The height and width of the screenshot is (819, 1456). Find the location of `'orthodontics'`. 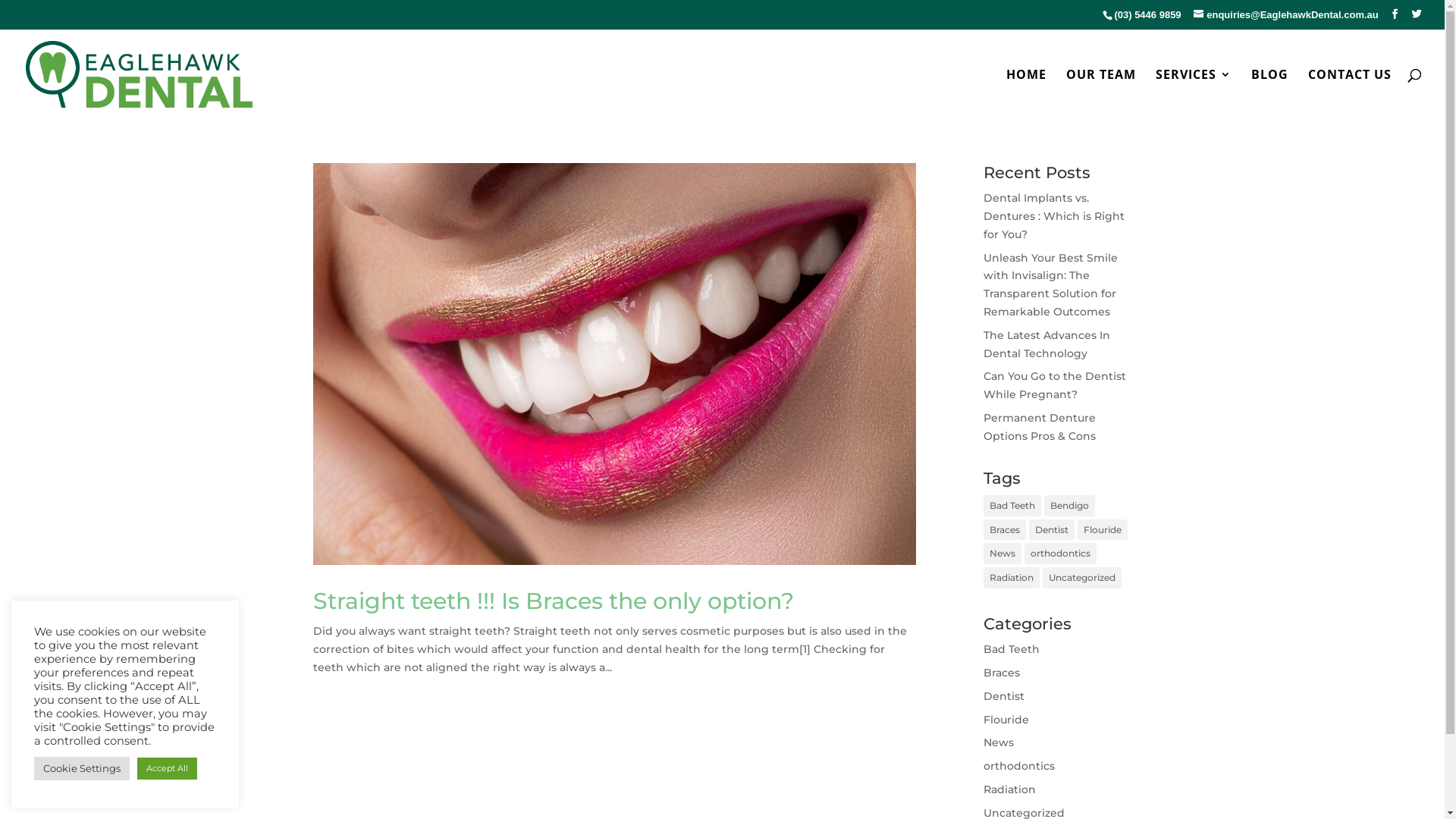

'orthodontics' is located at coordinates (1059, 553).